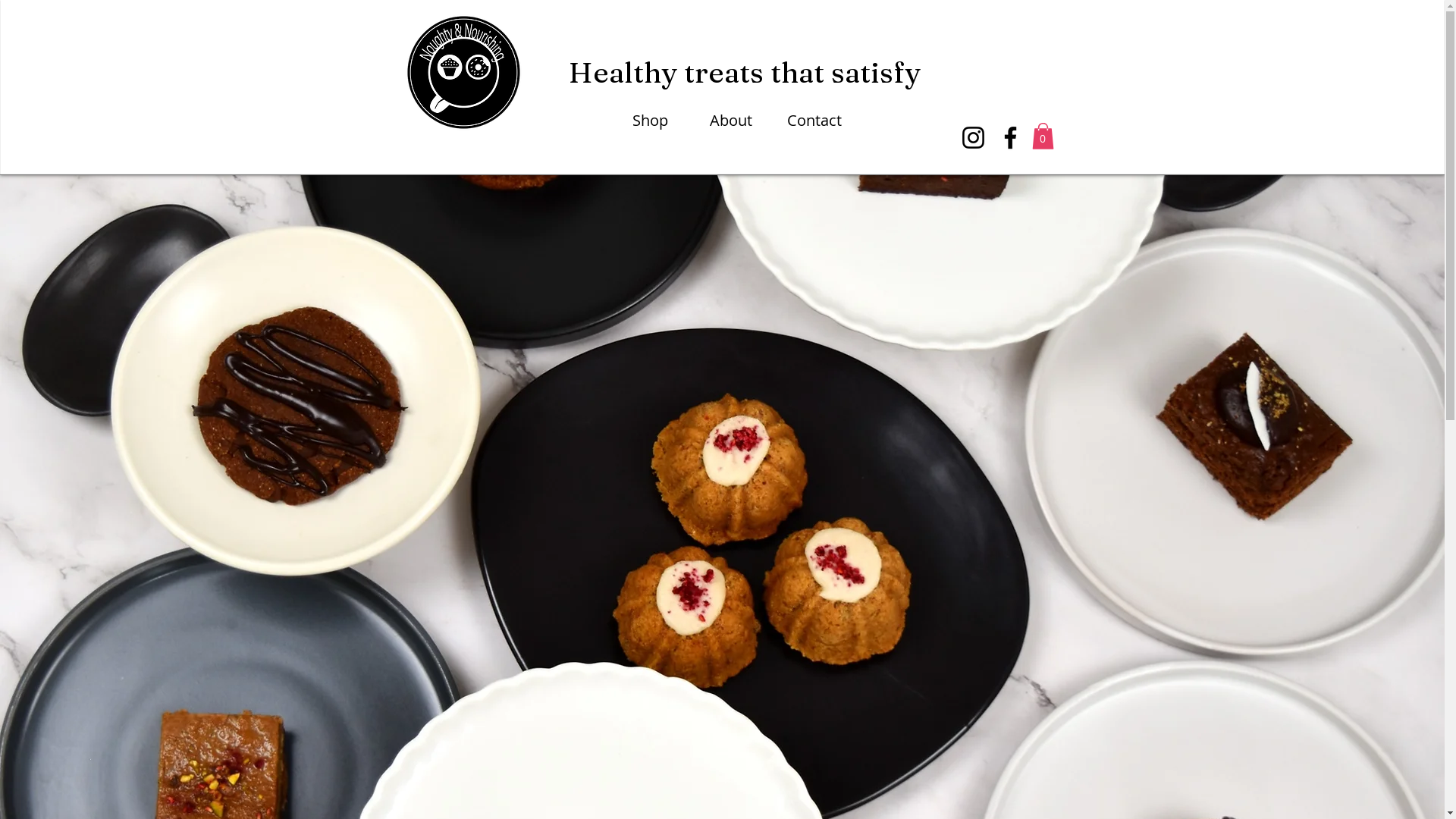 The image size is (1456, 819). What do you see at coordinates (736, 119) in the screenshot?
I see `'About'` at bounding box center [736, 119].